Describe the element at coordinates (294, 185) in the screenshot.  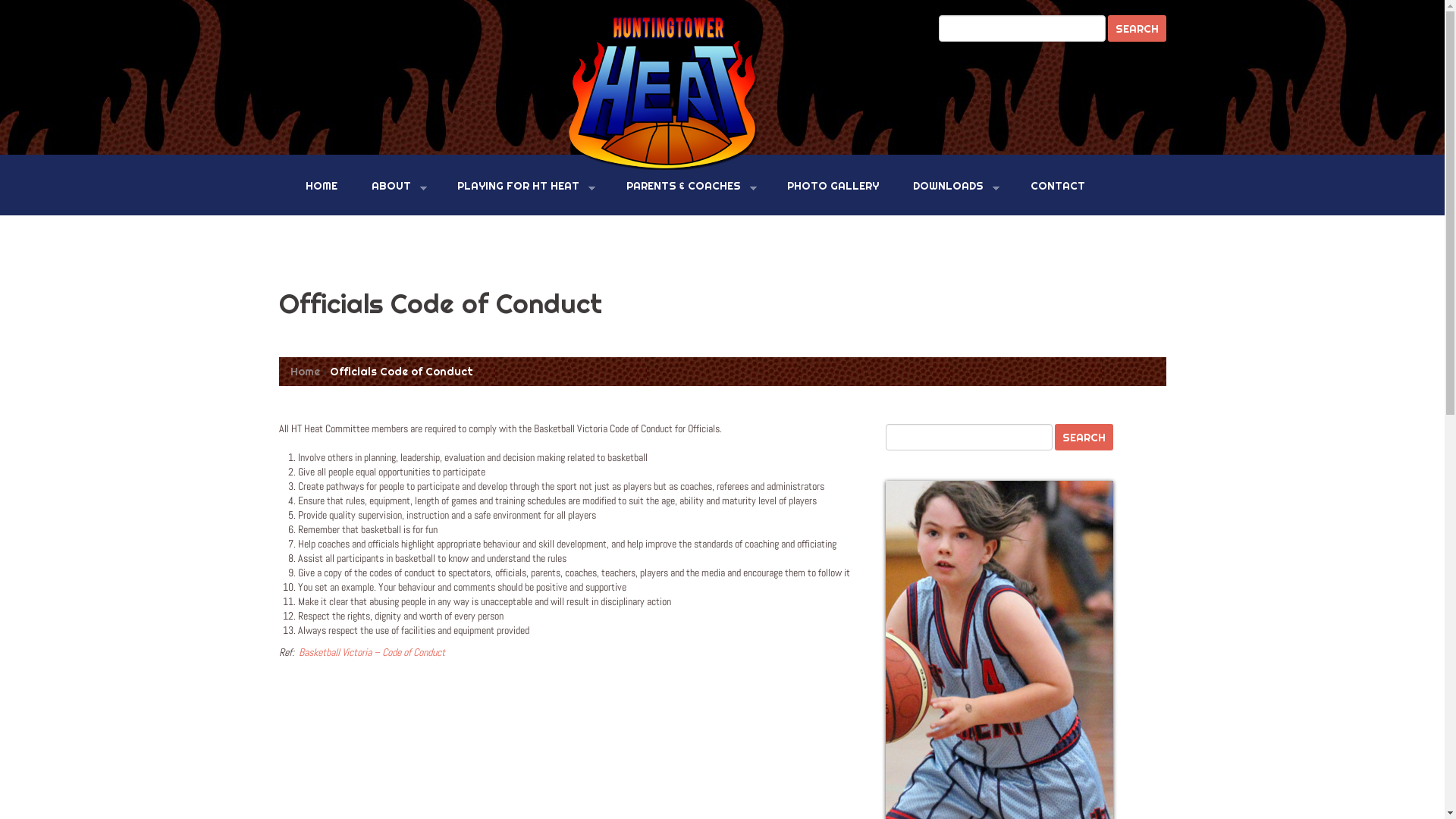
I see `'HOME'` at that location.